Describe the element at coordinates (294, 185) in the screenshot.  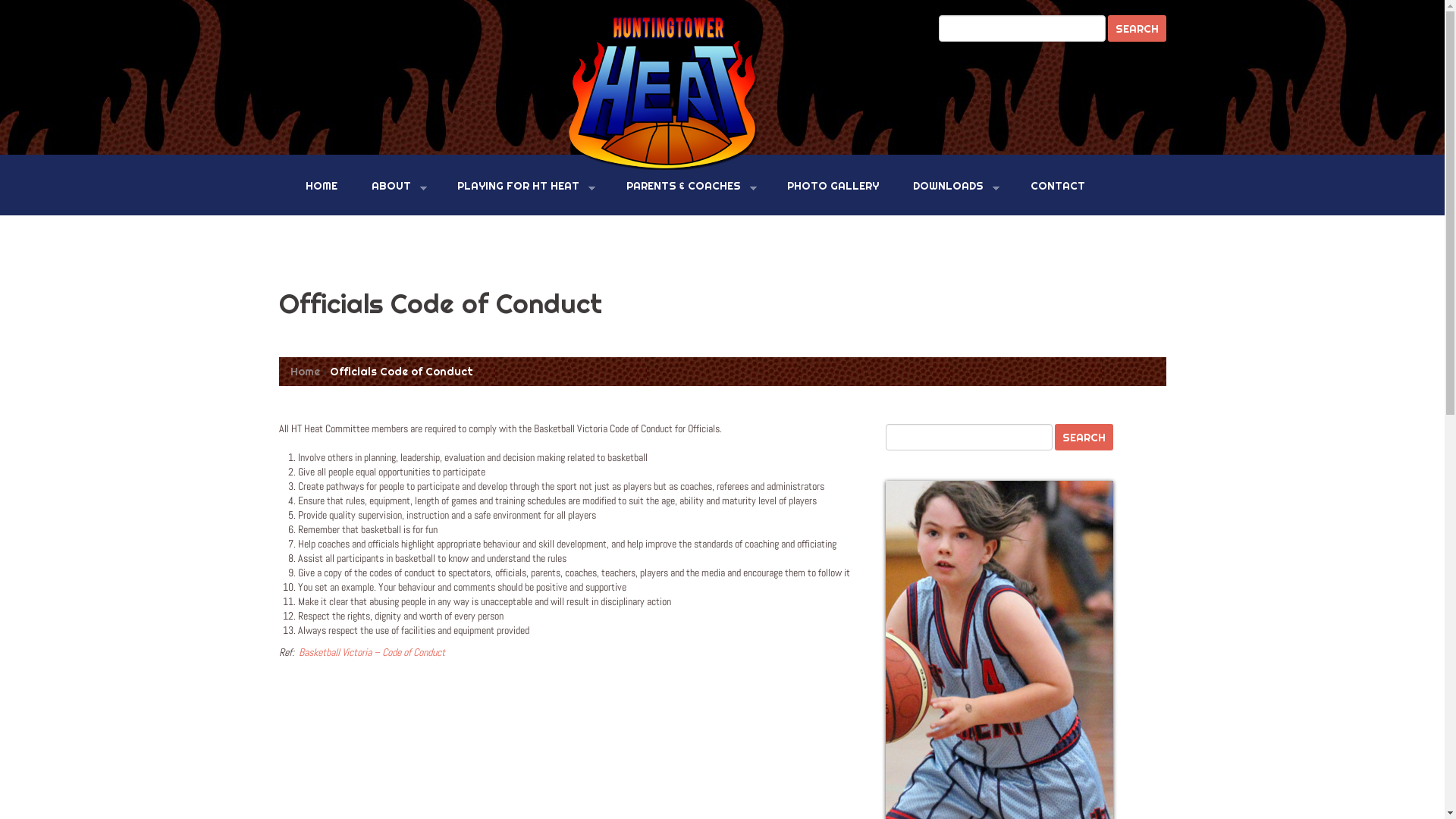
I see `'HOME'` at that location.